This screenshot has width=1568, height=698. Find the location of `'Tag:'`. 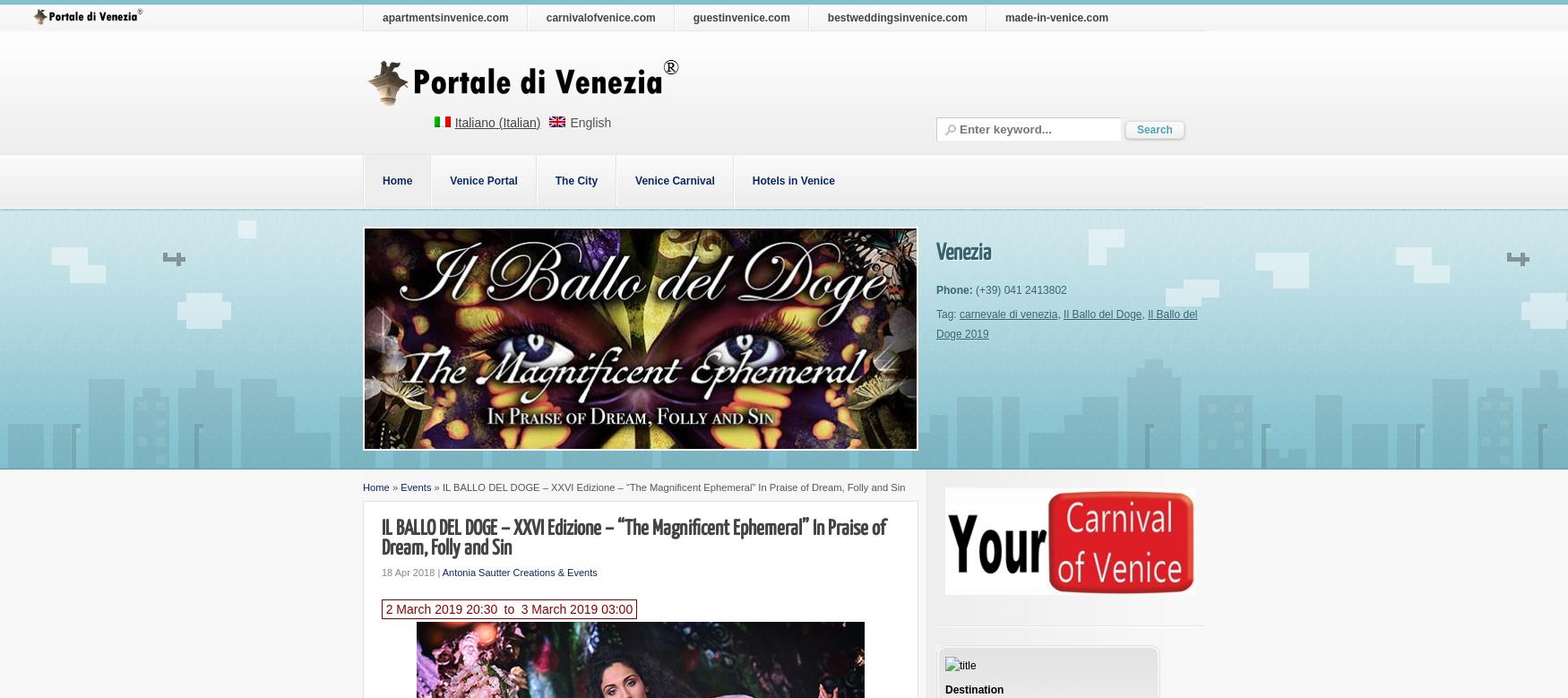

'Tag:' is located at coordinates (947, 315).